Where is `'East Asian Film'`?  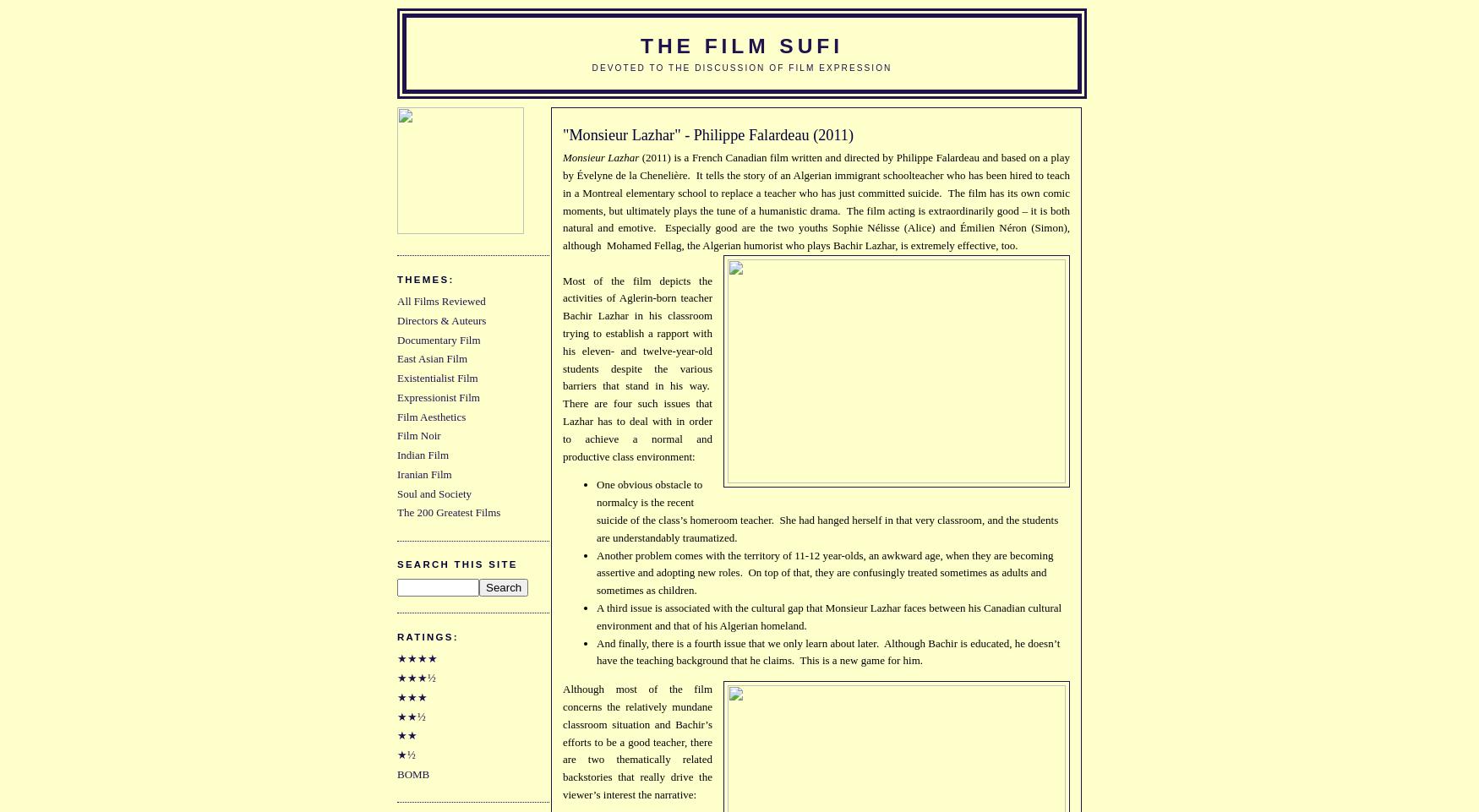 'East Asian Film' is located at coordinates (431, 358).